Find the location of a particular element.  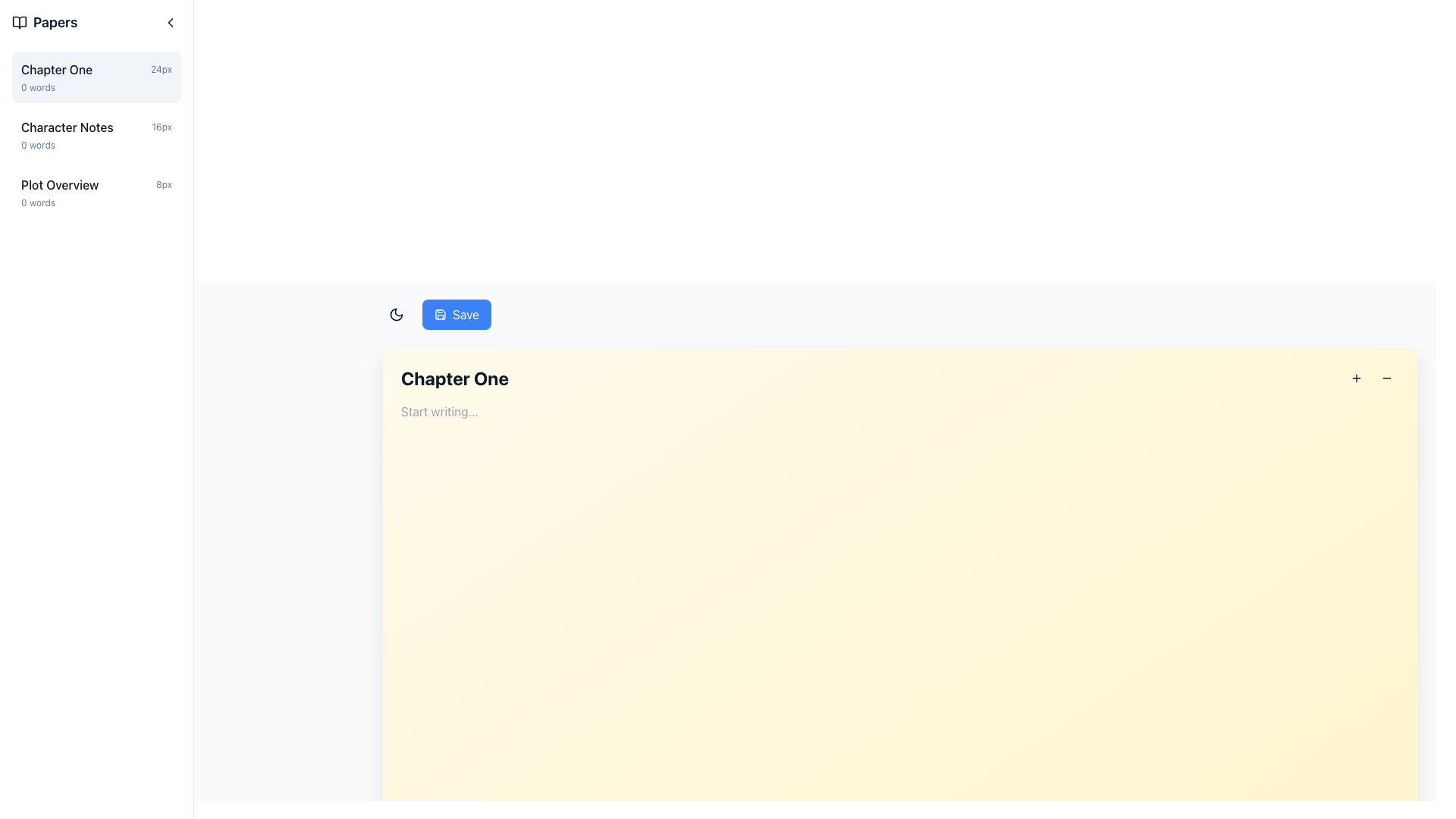

the text label displaying '8px' located in the sidebar under the 'Plot Overview' header, which is aligned to the right of the header text is located at coordinates (164, 184).